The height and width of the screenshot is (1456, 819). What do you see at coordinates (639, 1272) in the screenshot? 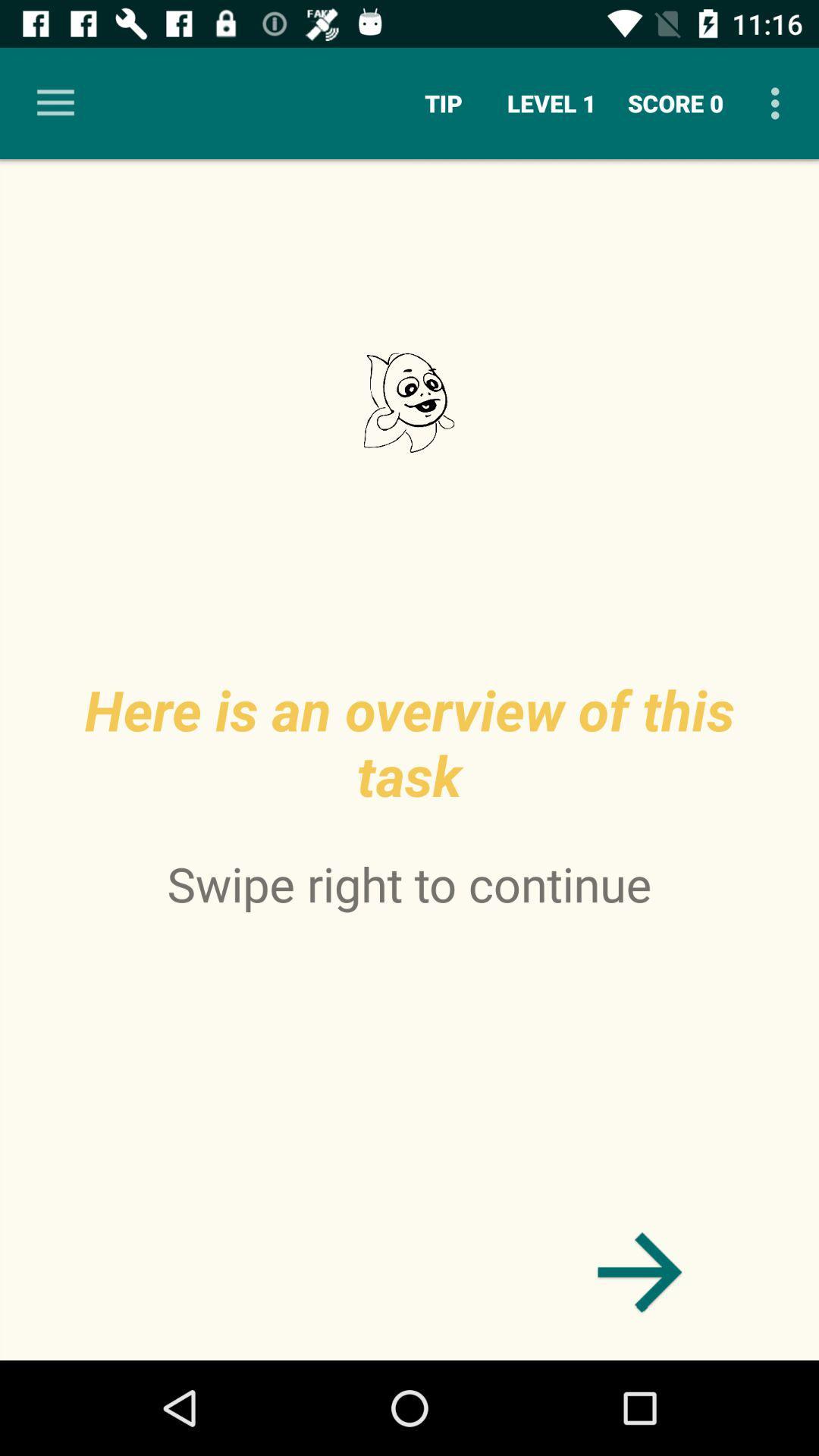
I see `the arrow_forward icon` at bounding box center [639, 1272].